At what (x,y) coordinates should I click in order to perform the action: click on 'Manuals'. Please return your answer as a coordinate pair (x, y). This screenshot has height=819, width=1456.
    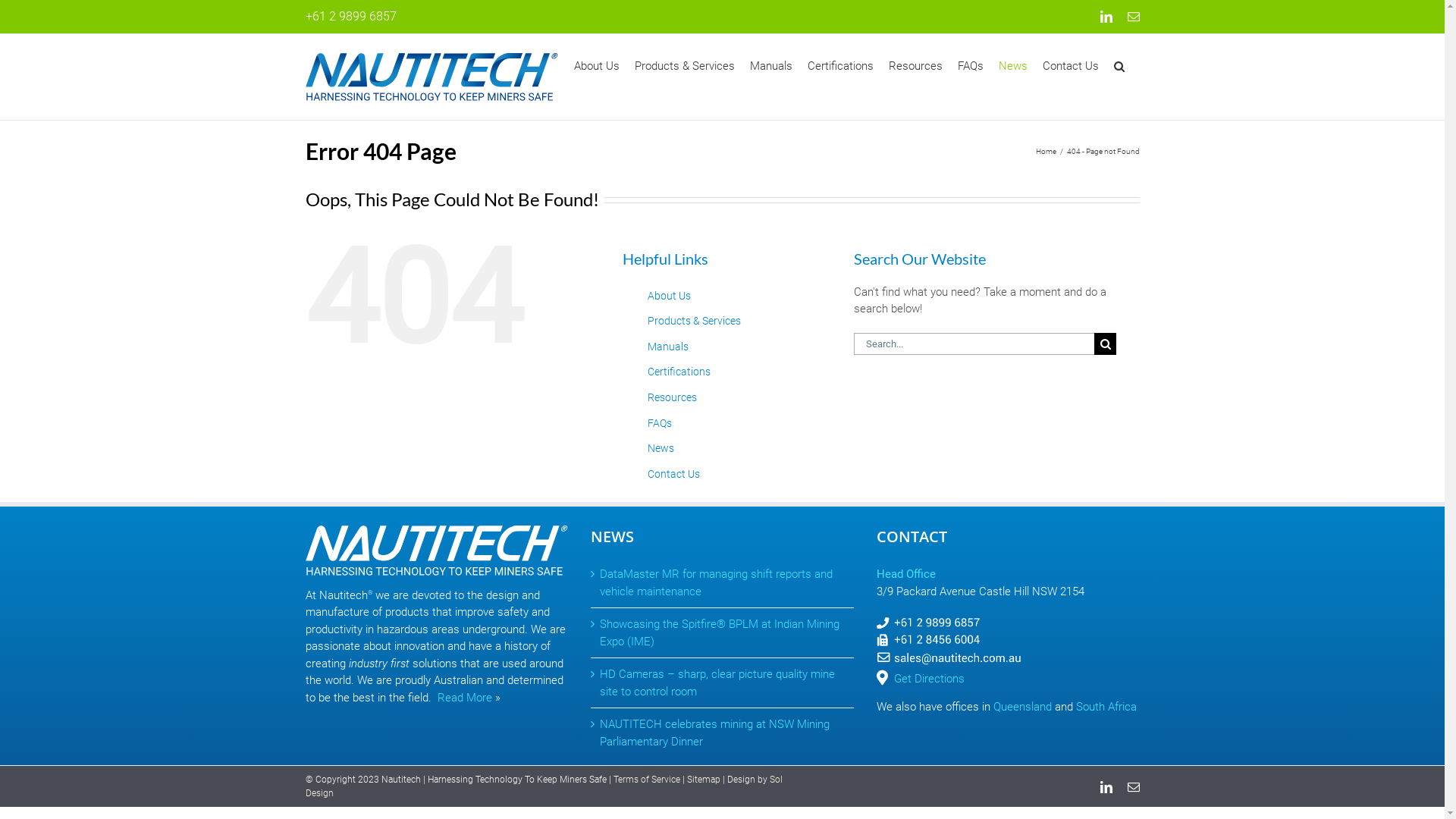
    Looking at the image, I should click on (770, 65).